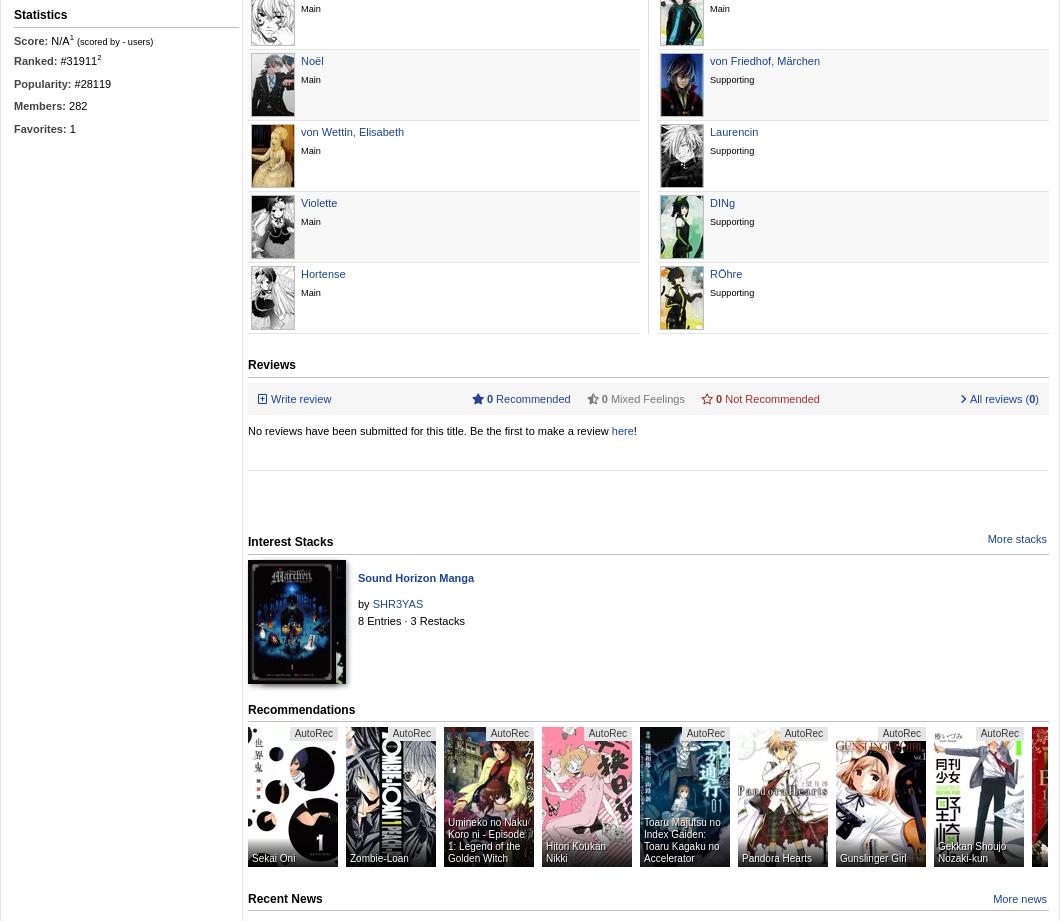 This screenshot has height=921, width=1060. Describe the element at coordinates (966, 397) in the screenshot. I see `'All reviews ('` at that location.